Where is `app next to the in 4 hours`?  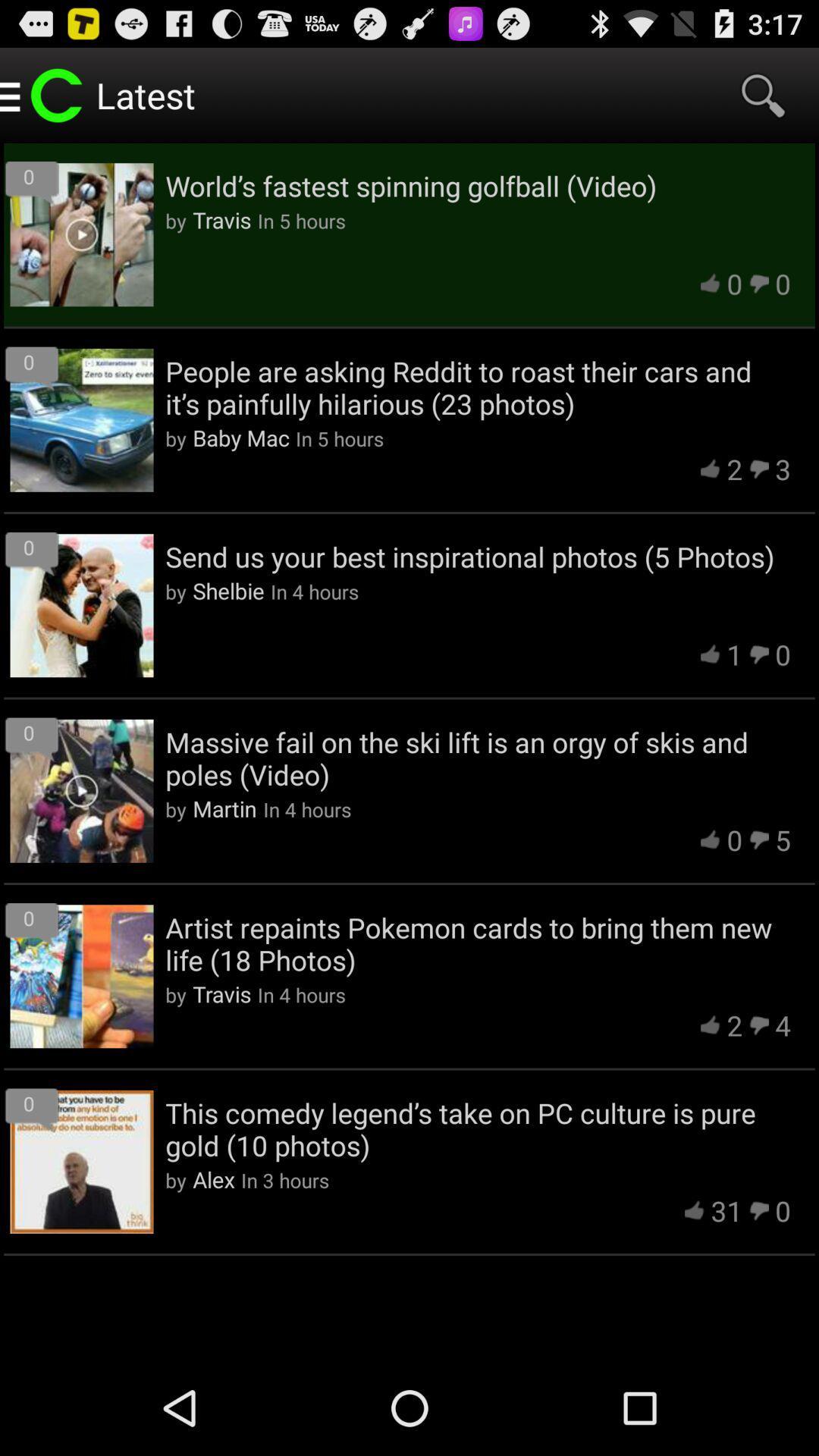 app next to the in 4 hours is located at coordinates (228, 589).